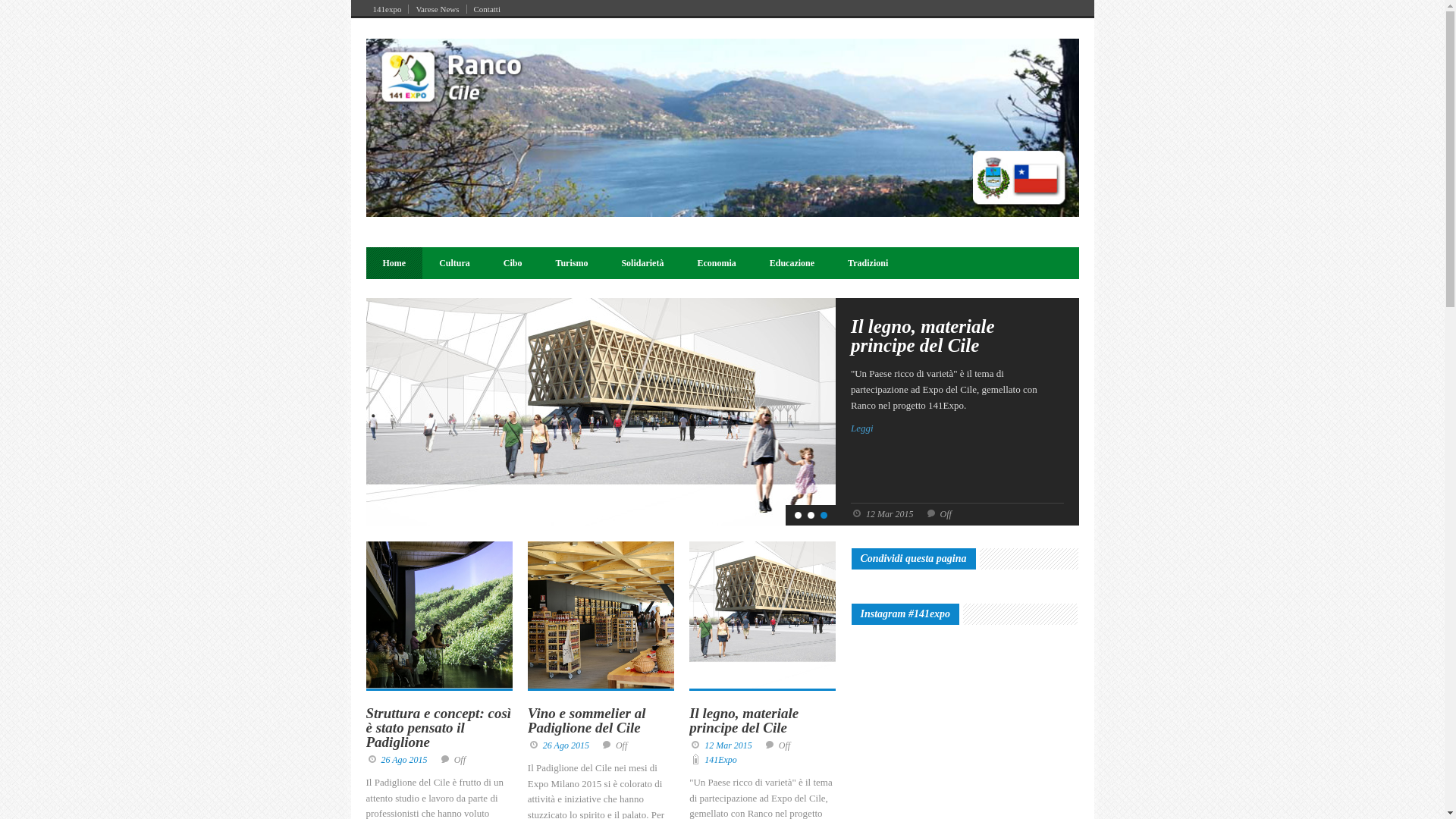 This screenshot has width=1456, height=819. Describe the element at coordinates (720, 760) in the screenshot. I see `'141Expo'` at that location.